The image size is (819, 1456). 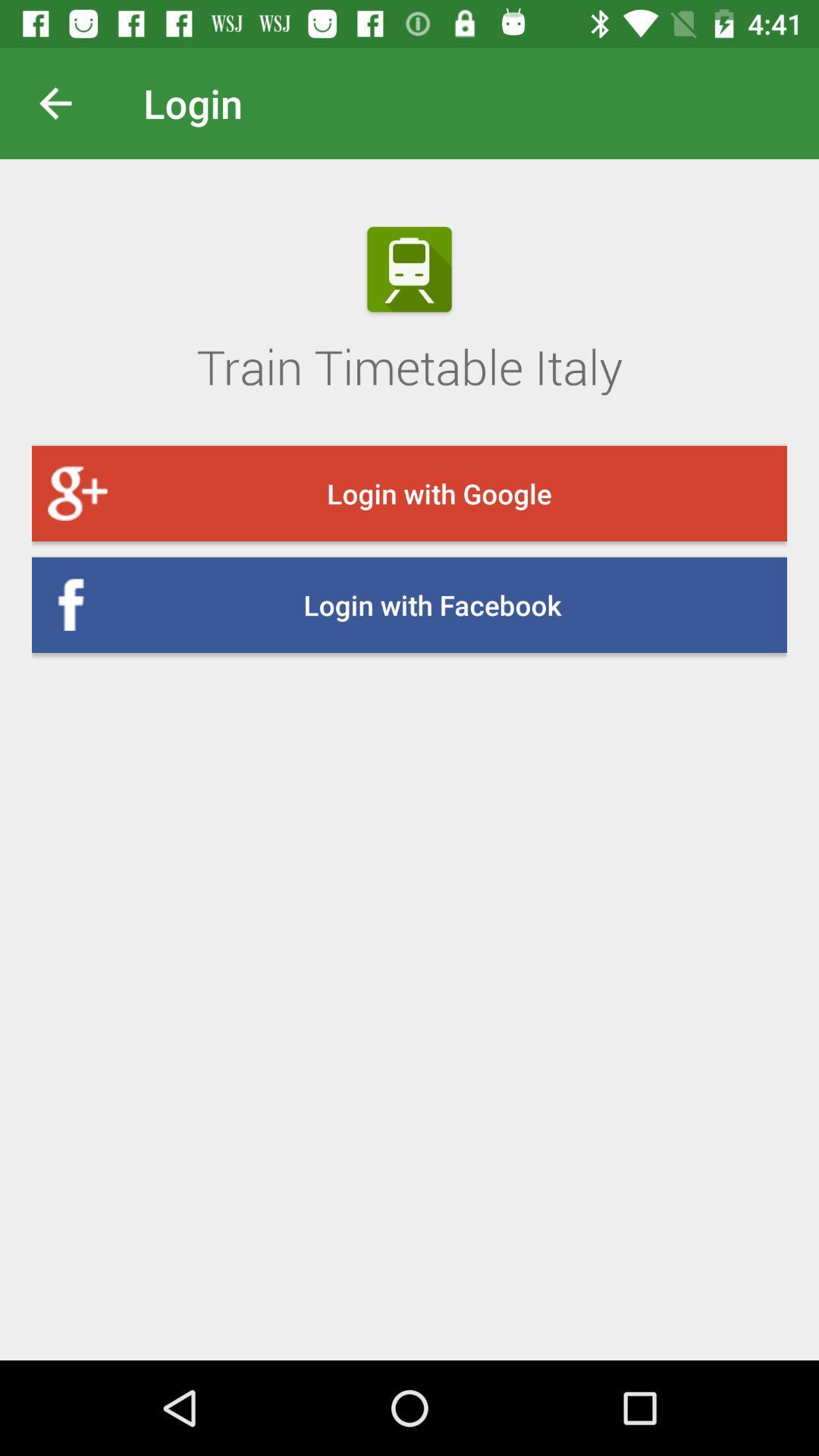 What do you see at coordinates (67, 102) in the screenshot?
I see `app next to the login` at bounding box center [67, 102].